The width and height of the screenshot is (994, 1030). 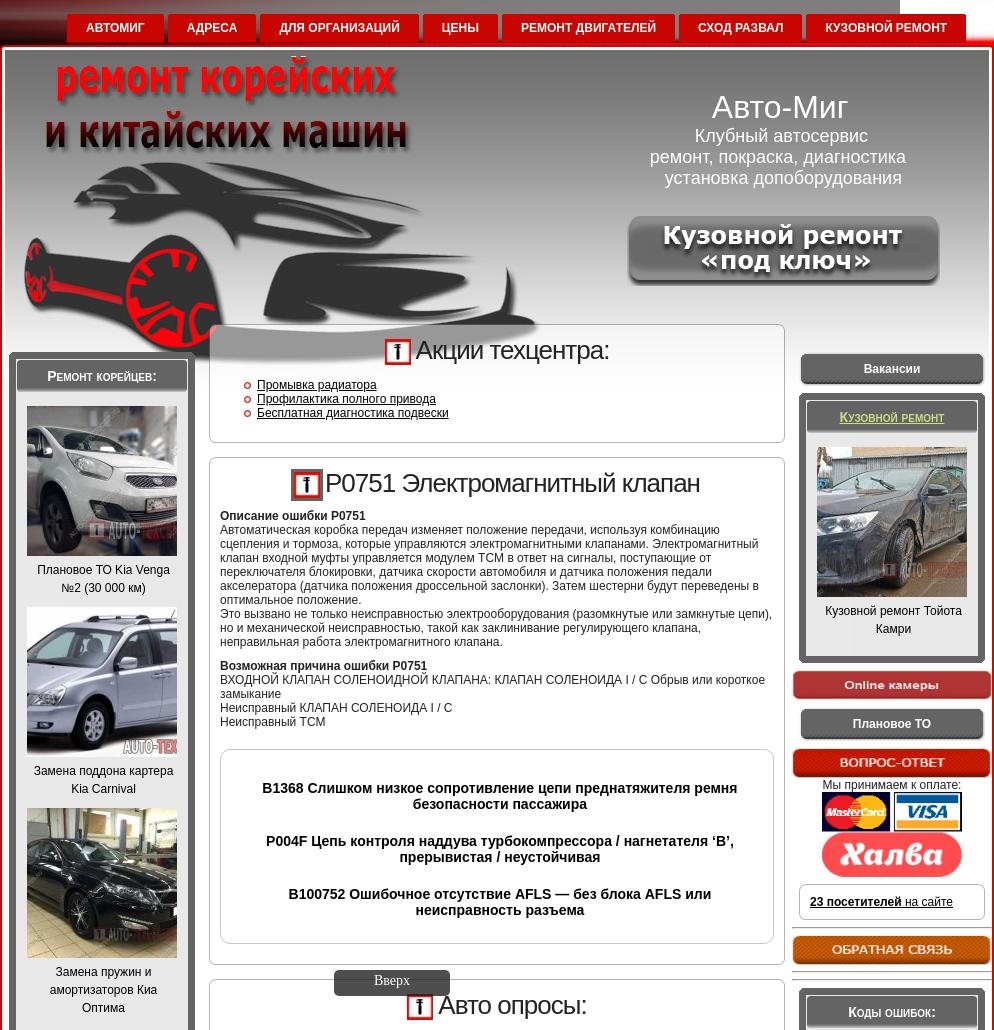 What do you see at coordinates (491, 687) in the screenshot?
I see `'ВХОДНОЙ КЛАПАН СОЛЕНОИДНОЙ КЛАПАНА: КЛАПАН СОЛЕНОИДА I / C Обрыв или короткое замыкание'` at bounding box center [491, 687].